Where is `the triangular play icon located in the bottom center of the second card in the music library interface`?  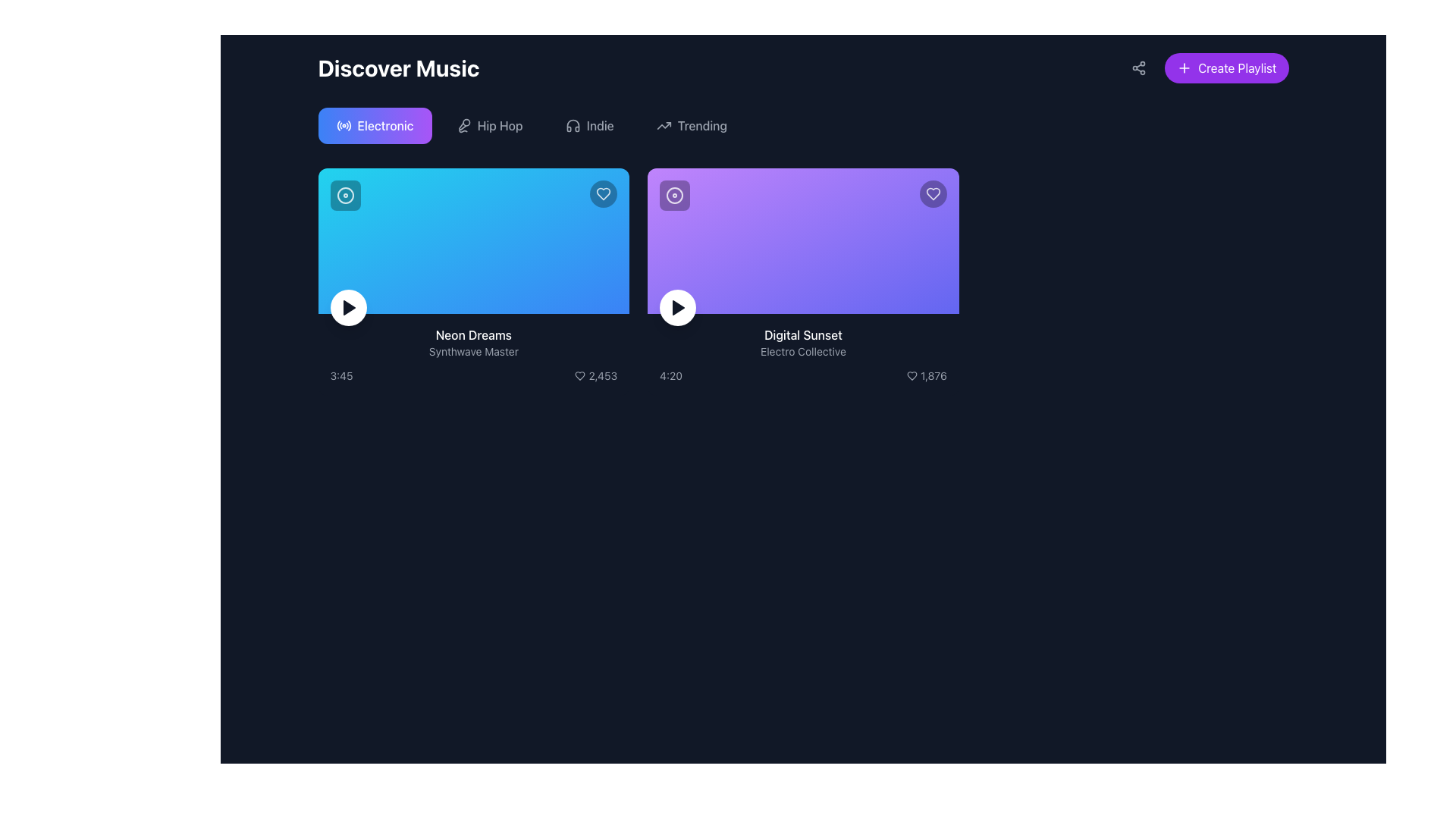 the triangular play icon located in the bottom center of the second card in the music library interface is located at coordinates (678, 307).